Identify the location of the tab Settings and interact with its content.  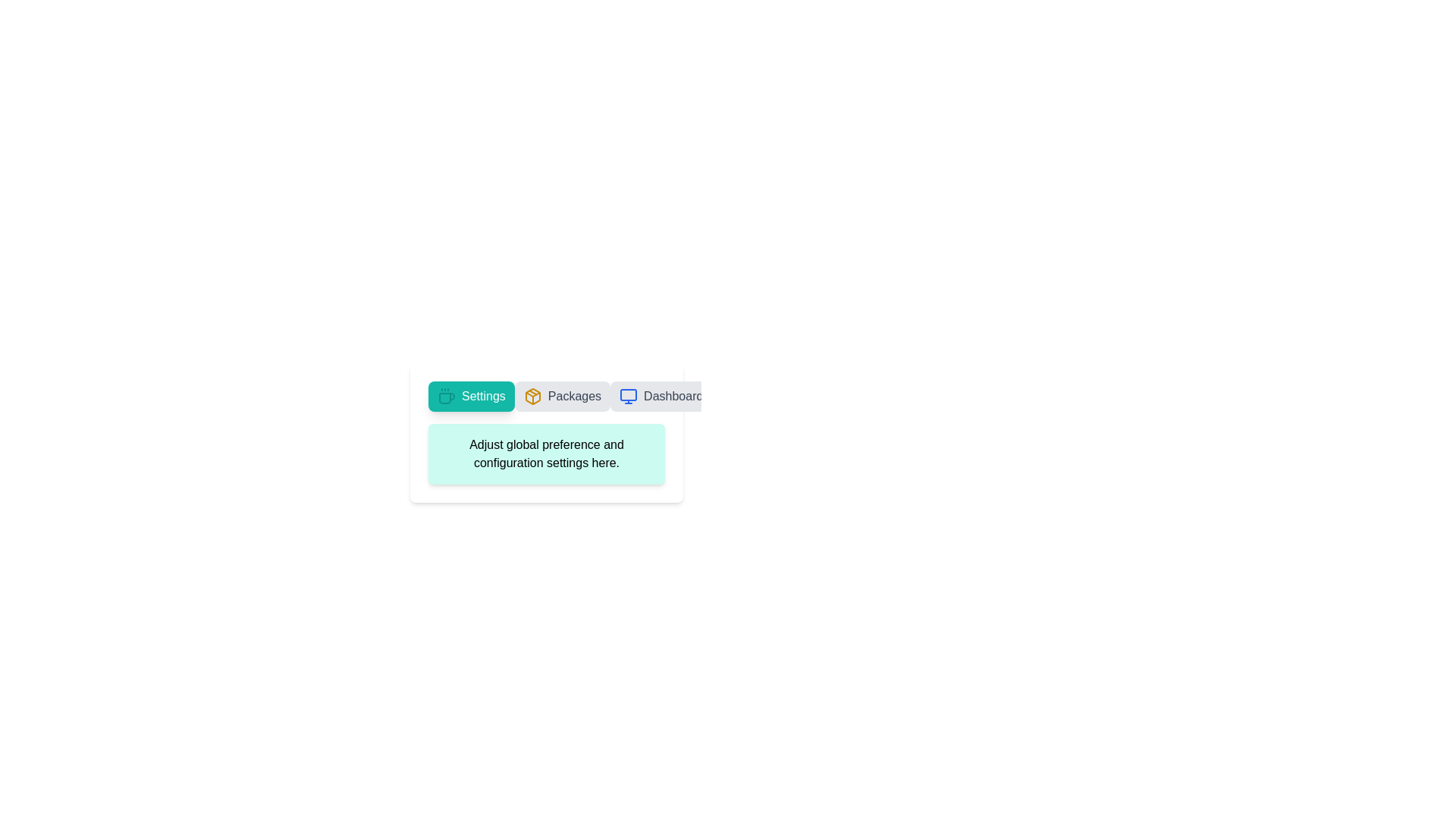
(469, 396).